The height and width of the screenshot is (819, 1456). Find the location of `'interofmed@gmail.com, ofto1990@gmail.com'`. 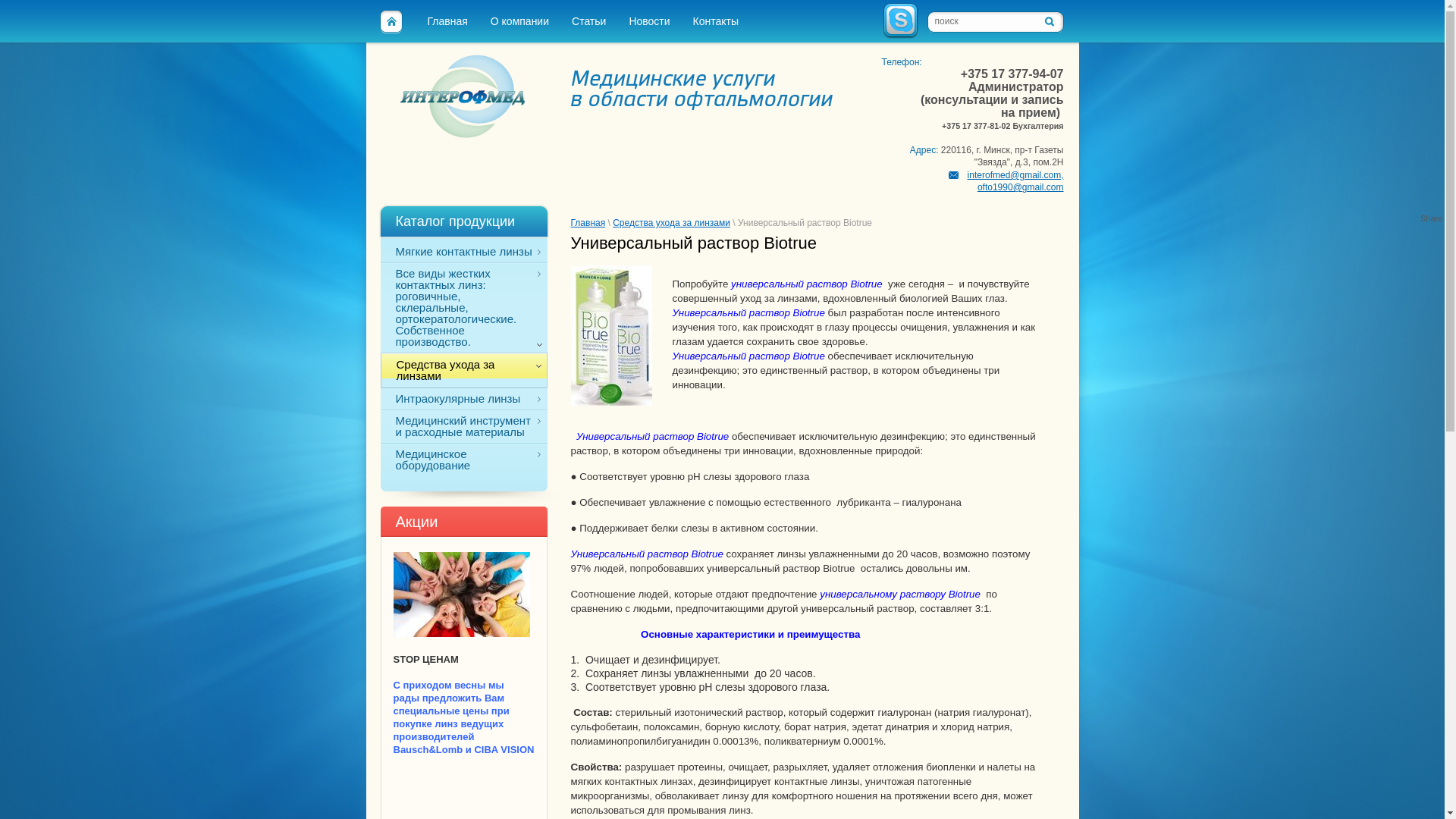

'interofmed@gmail.com, ofto1990@gmail.com' is located at coordinates (1006, 180).